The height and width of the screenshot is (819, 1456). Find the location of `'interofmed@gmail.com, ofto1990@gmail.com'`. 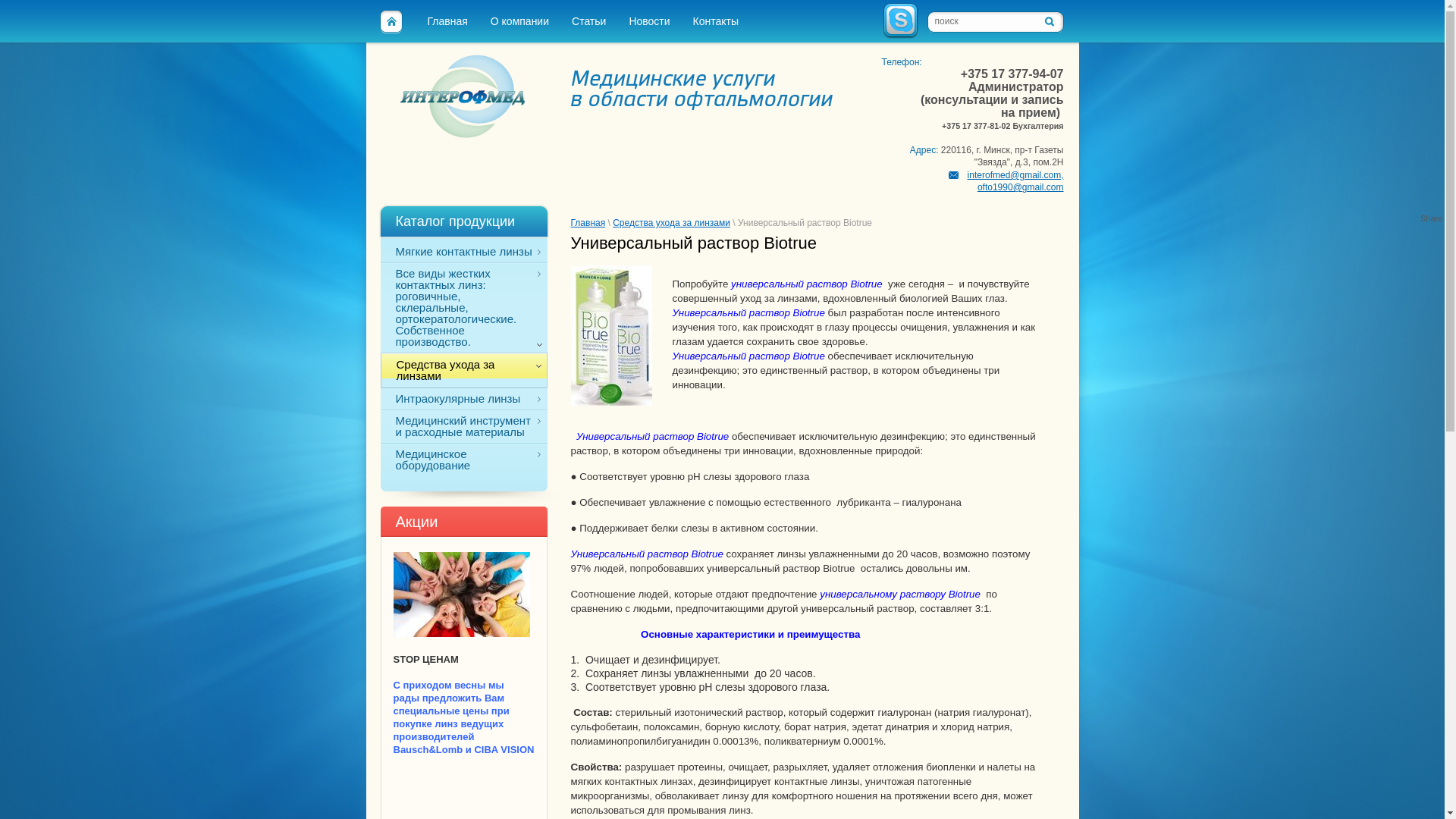

'interofmed@gmail.com, ofto1990@gmail.com' is located at coordinates (1006, 180).